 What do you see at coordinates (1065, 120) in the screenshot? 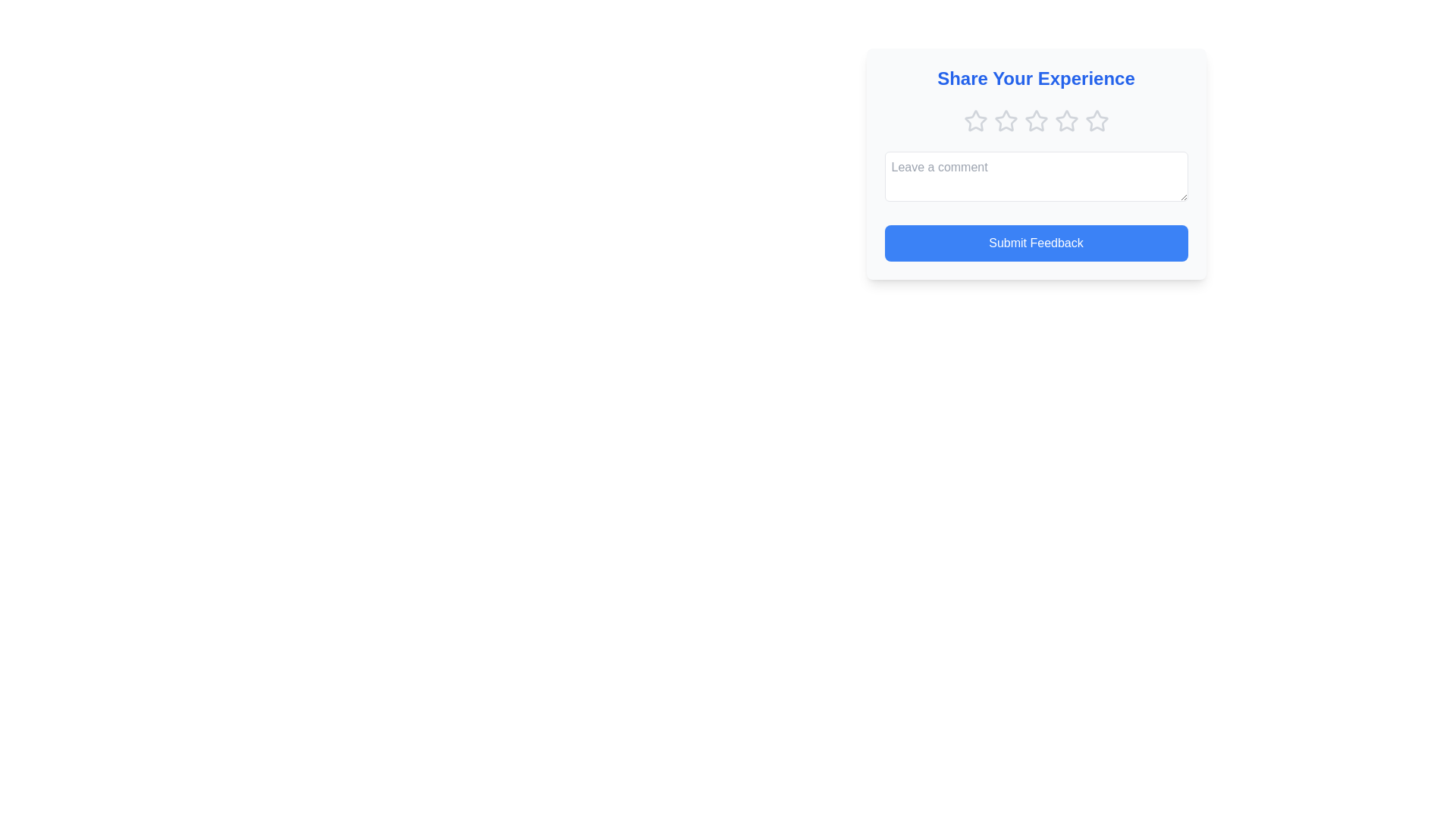
I see `the fourth star icon in the rating system` at bounding box center [1065, 120].